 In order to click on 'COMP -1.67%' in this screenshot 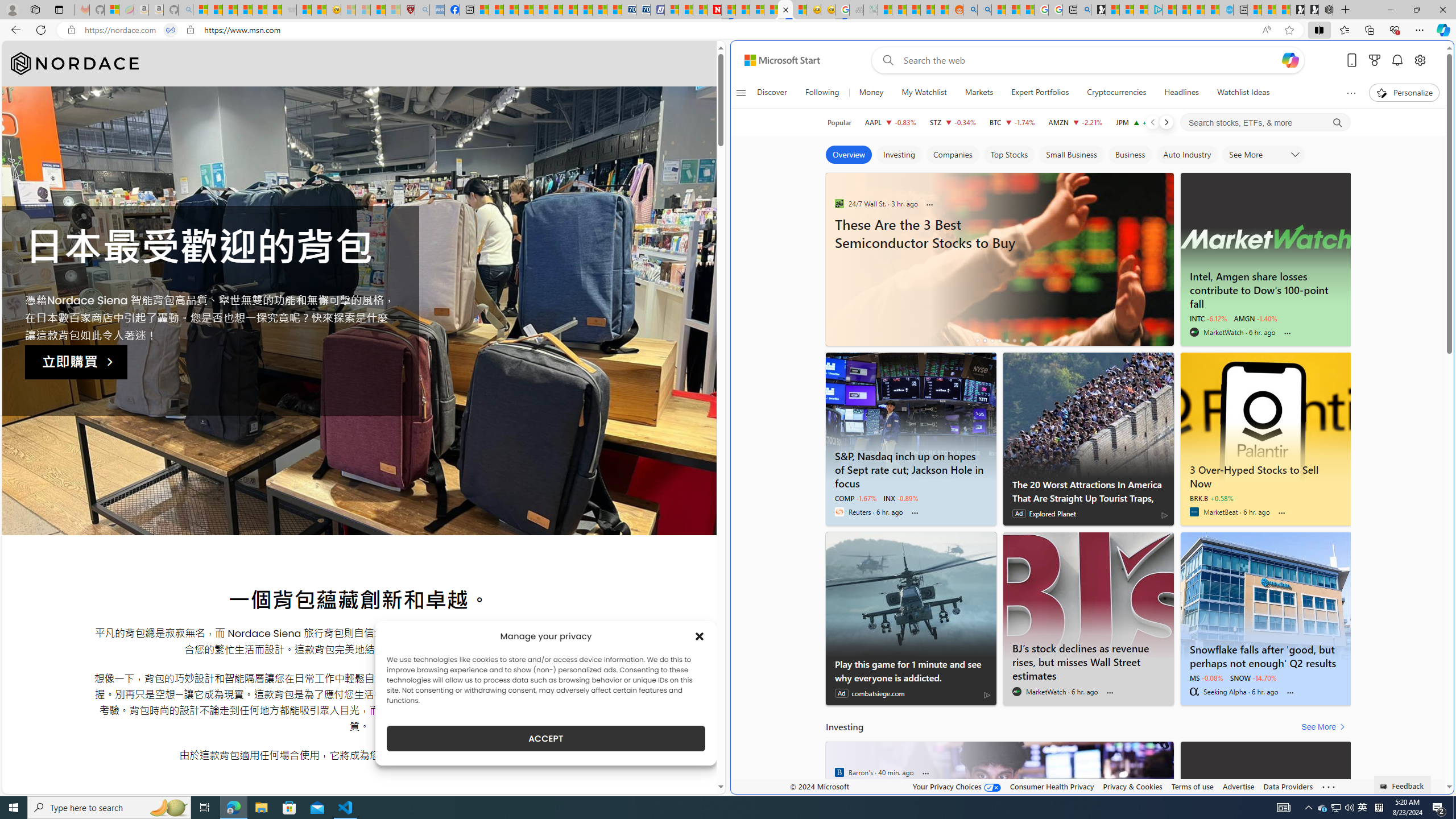, I will do `click(855, 498)`.